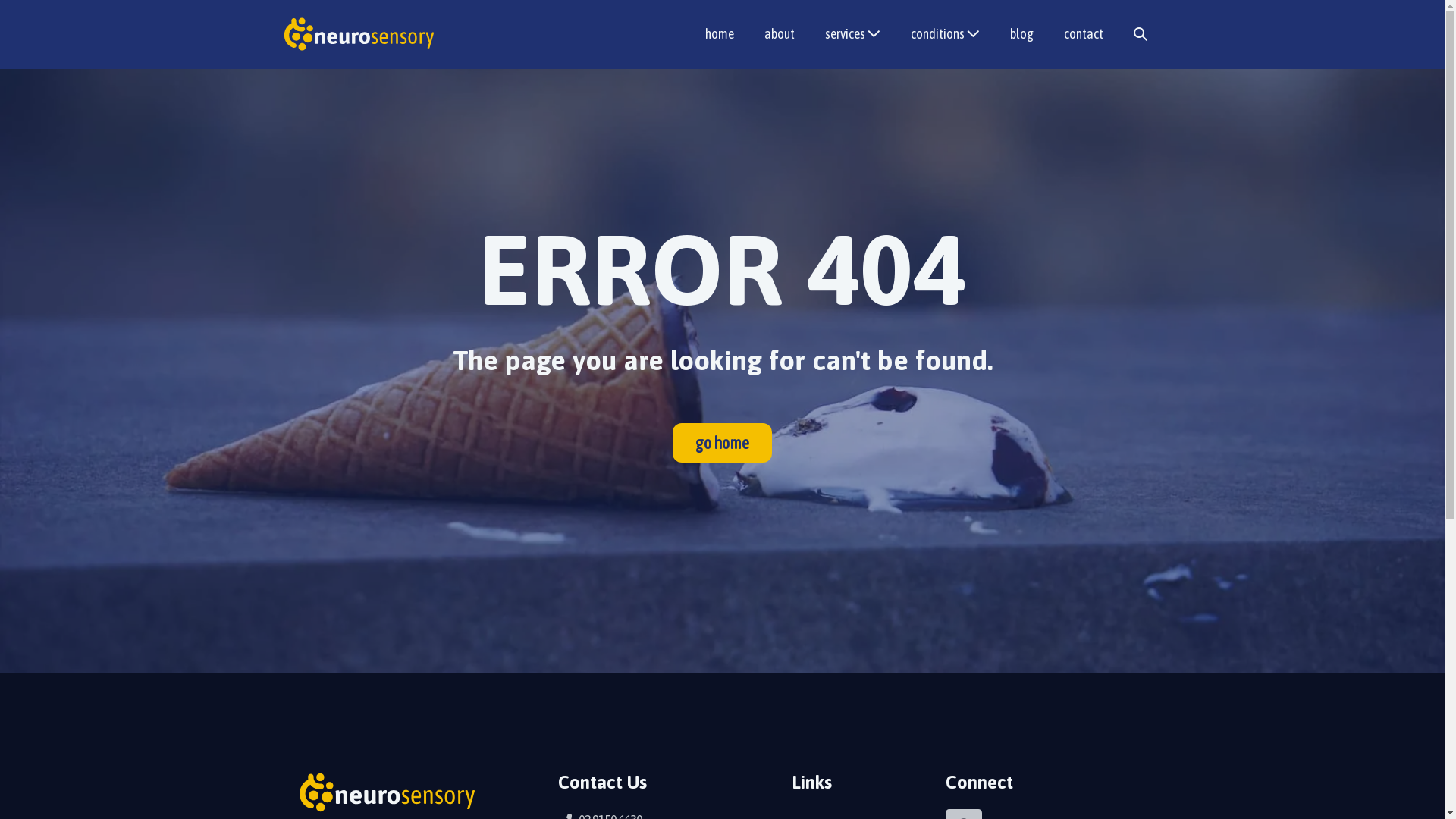  I want to click on 'go home', so click(721, 442).